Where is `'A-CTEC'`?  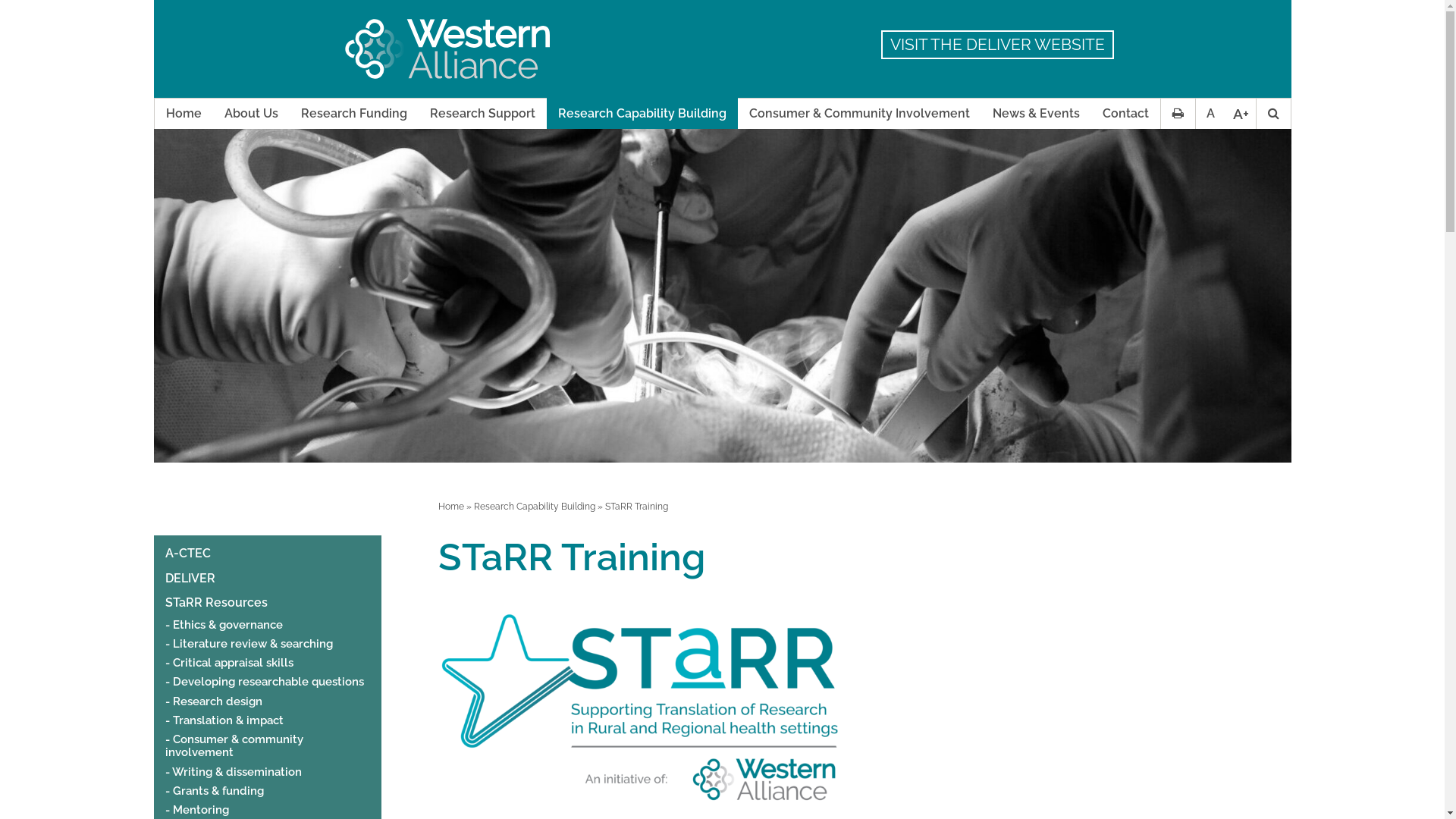 'A-CTEC' is located at coordinates (165, 553).